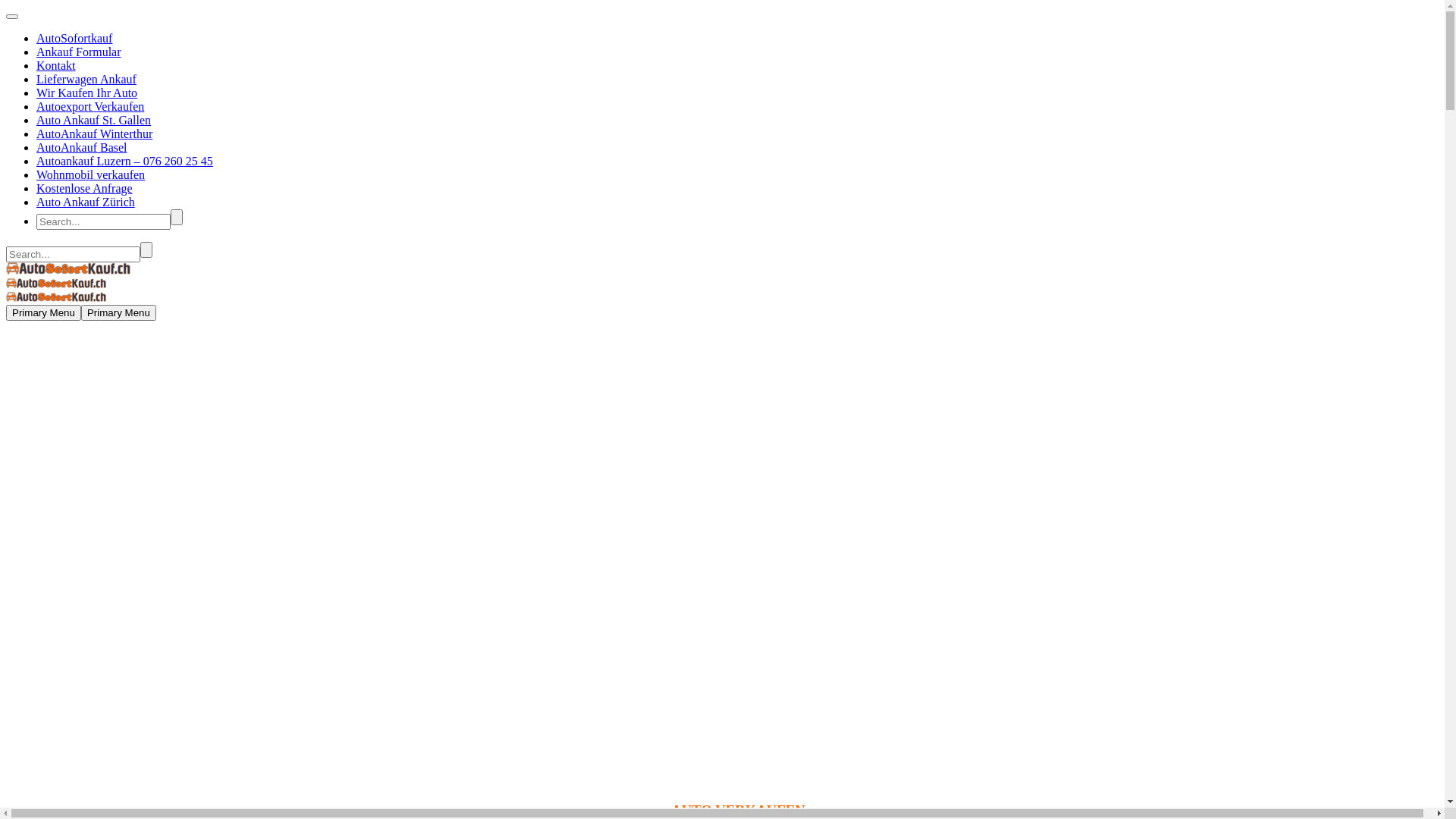 The image size is (1456, 819). Describe the element at coordinates (78, 51) in the screenshot. I see `'Ankauf Formular'` at that location.